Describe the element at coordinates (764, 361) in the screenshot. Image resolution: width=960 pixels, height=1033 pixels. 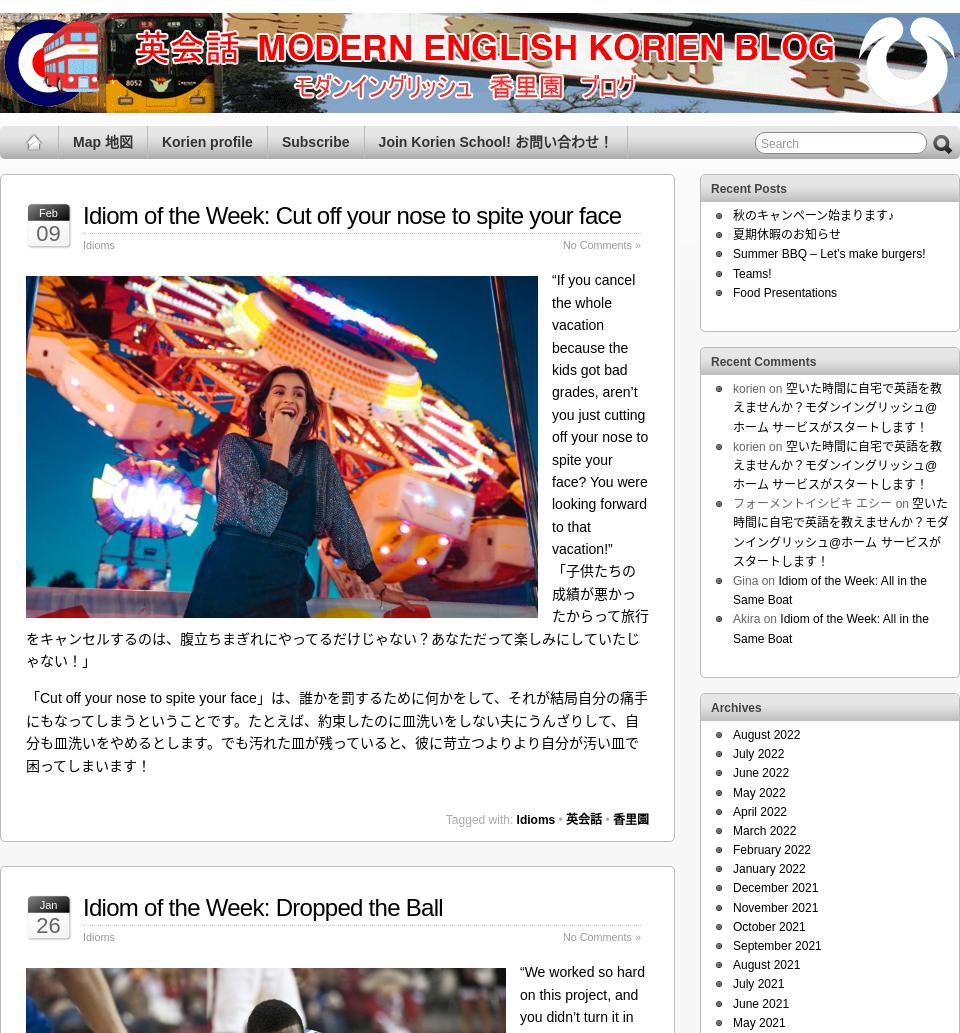
I see `'Recent Comments'` at that location.